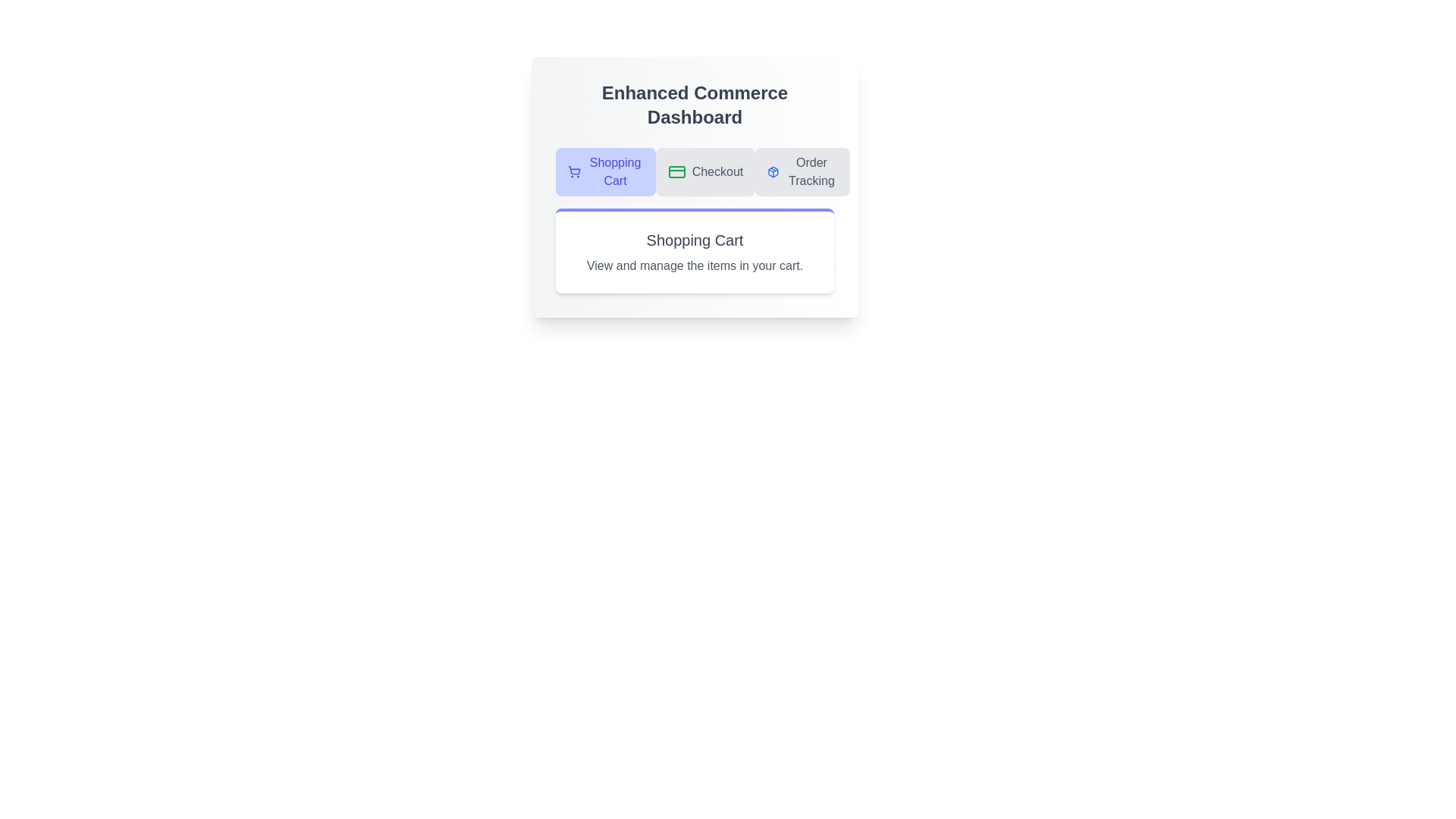 The image size is (1456, 819). I want to click on the Checkout tab, so click(704, 171).